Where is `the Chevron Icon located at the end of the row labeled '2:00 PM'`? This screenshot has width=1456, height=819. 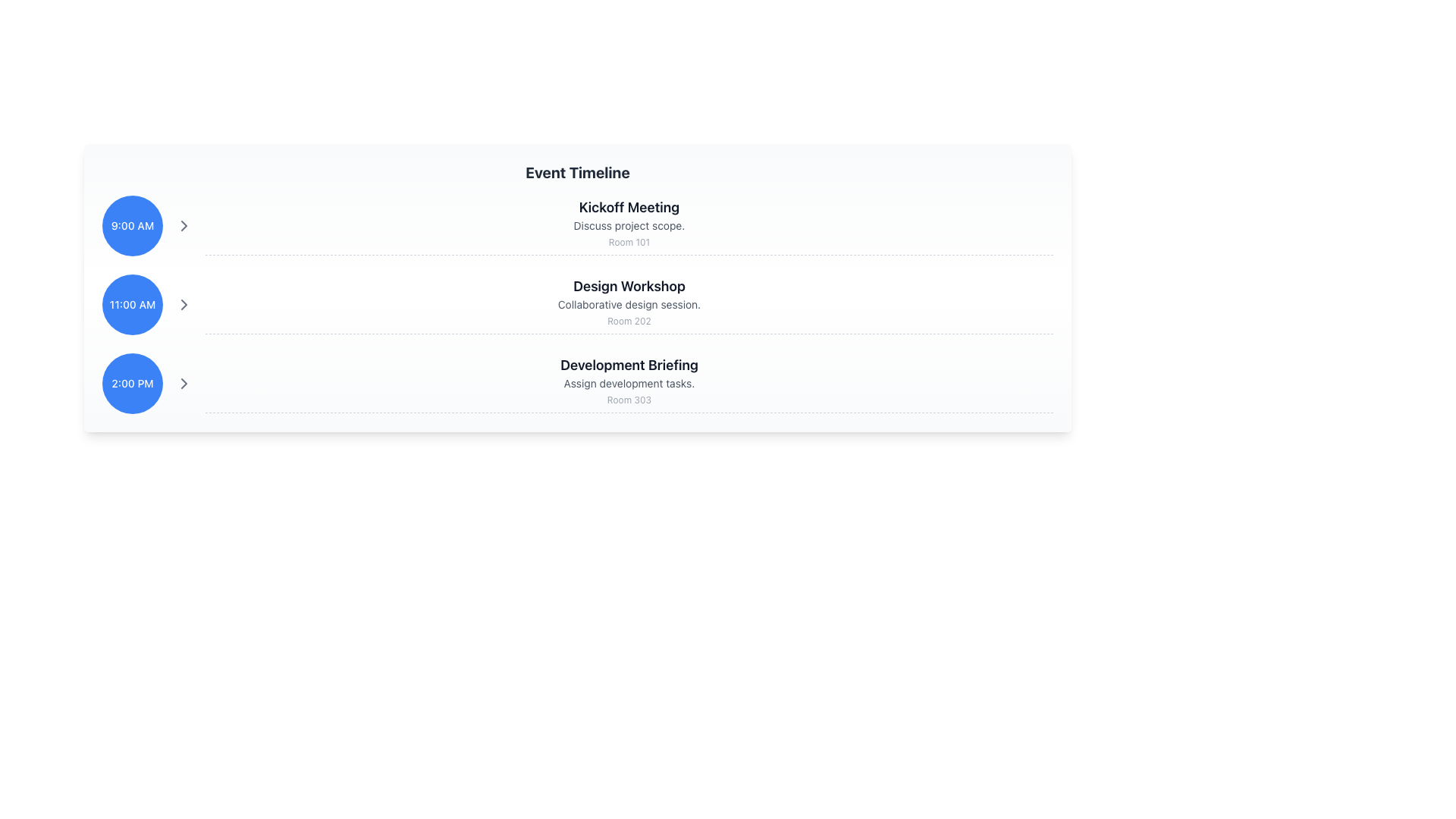
the Chevron Icon located at the end of the row labeled '2:00 PM' is located at coordinates (184, 382).